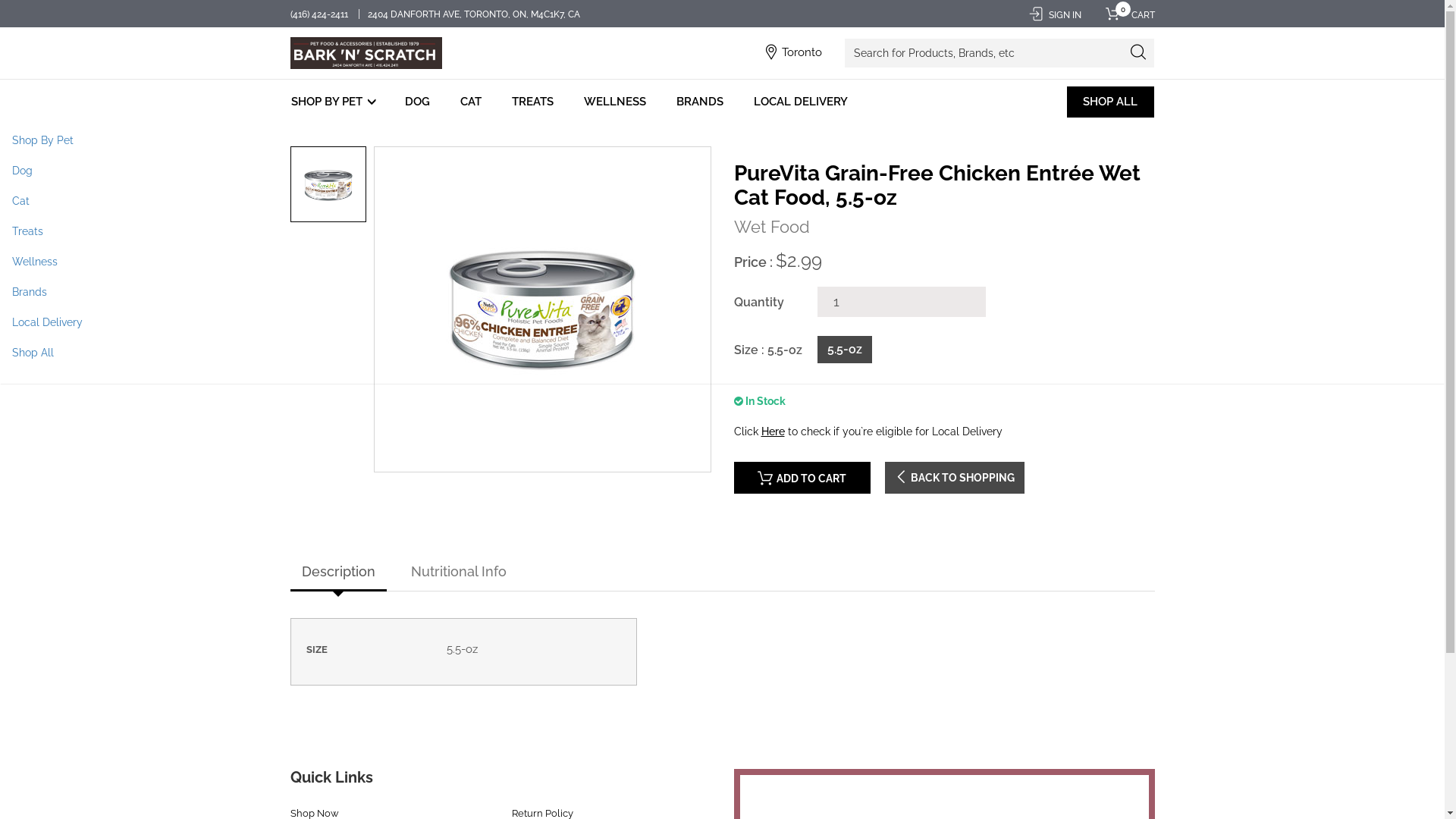  I want to click on 'Nutritional Info', so click(457, 573).